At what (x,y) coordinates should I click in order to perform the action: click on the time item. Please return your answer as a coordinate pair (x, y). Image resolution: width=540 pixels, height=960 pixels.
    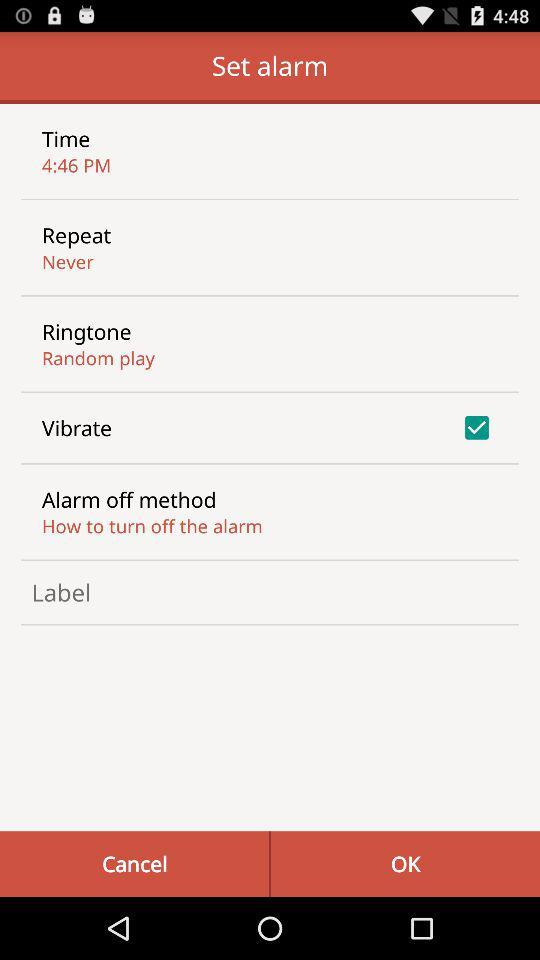
    Looking at the image, I should click on (66, 137).